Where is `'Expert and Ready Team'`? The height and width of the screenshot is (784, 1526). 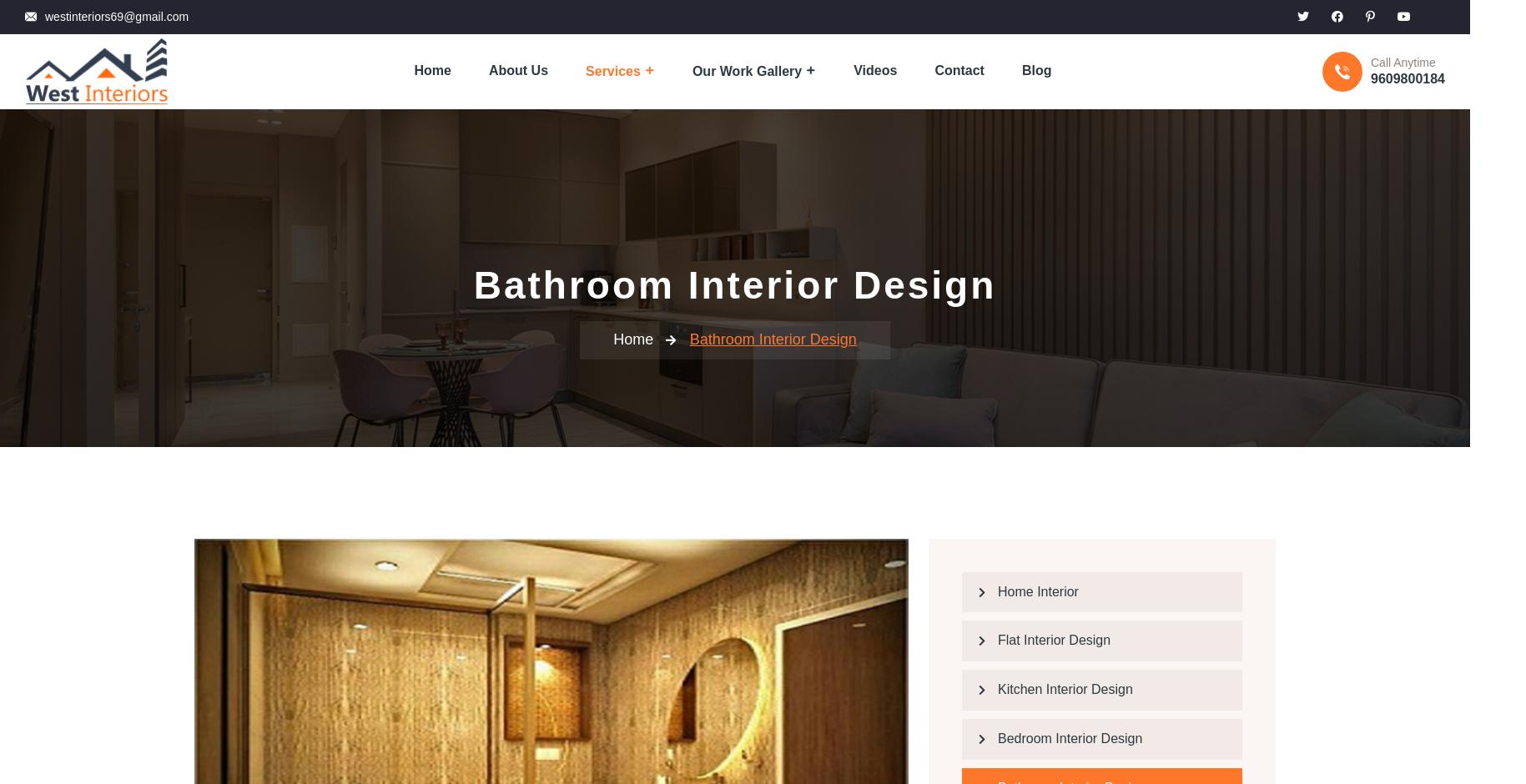
'Expert and Ready Team' is located at coordinates (664, 386).